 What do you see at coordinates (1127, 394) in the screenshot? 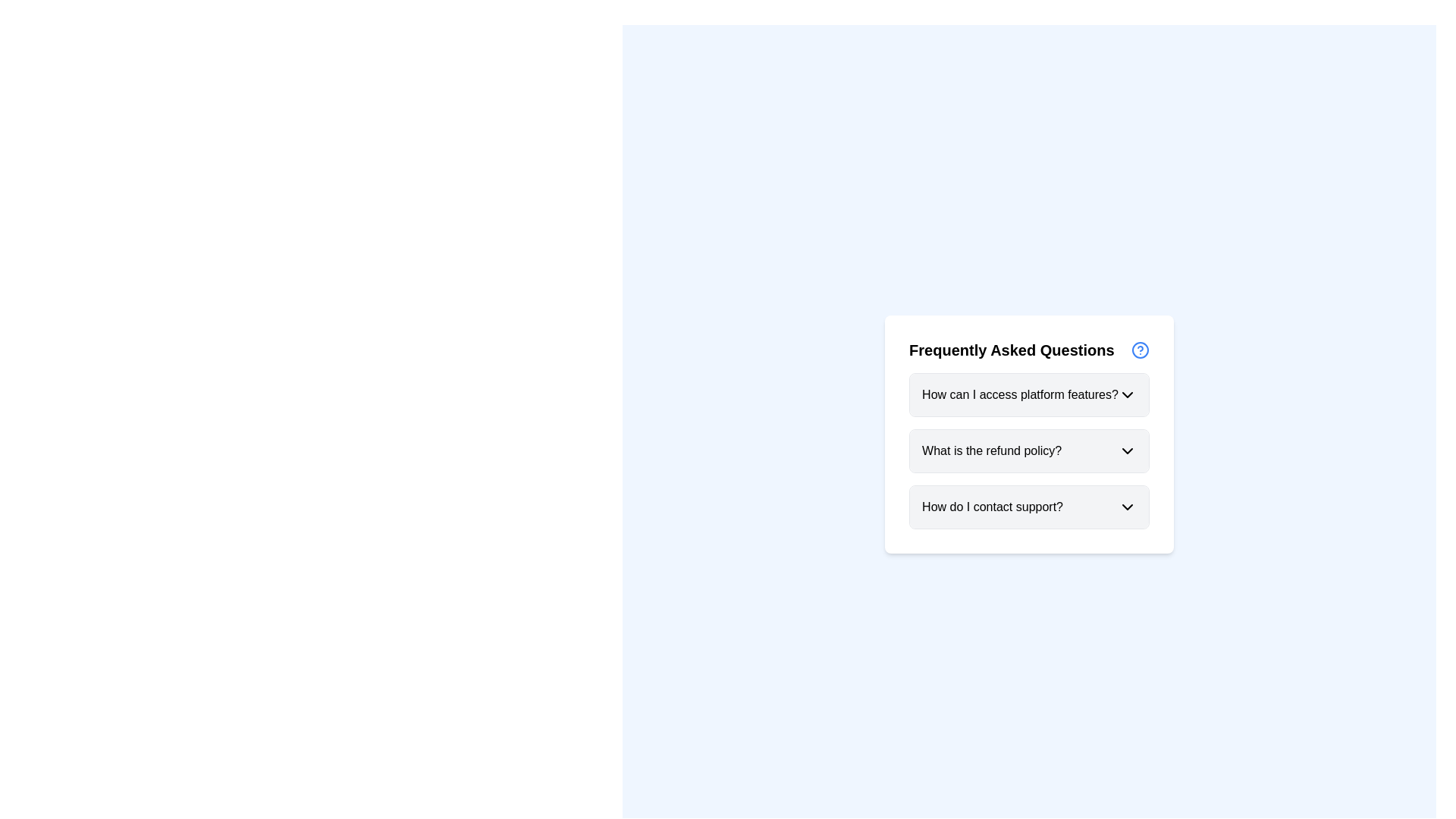
I see `the downward-pointing chevron icon on the right side of the text 'How can I access platform features?'` at bounding box center [1127, 394].